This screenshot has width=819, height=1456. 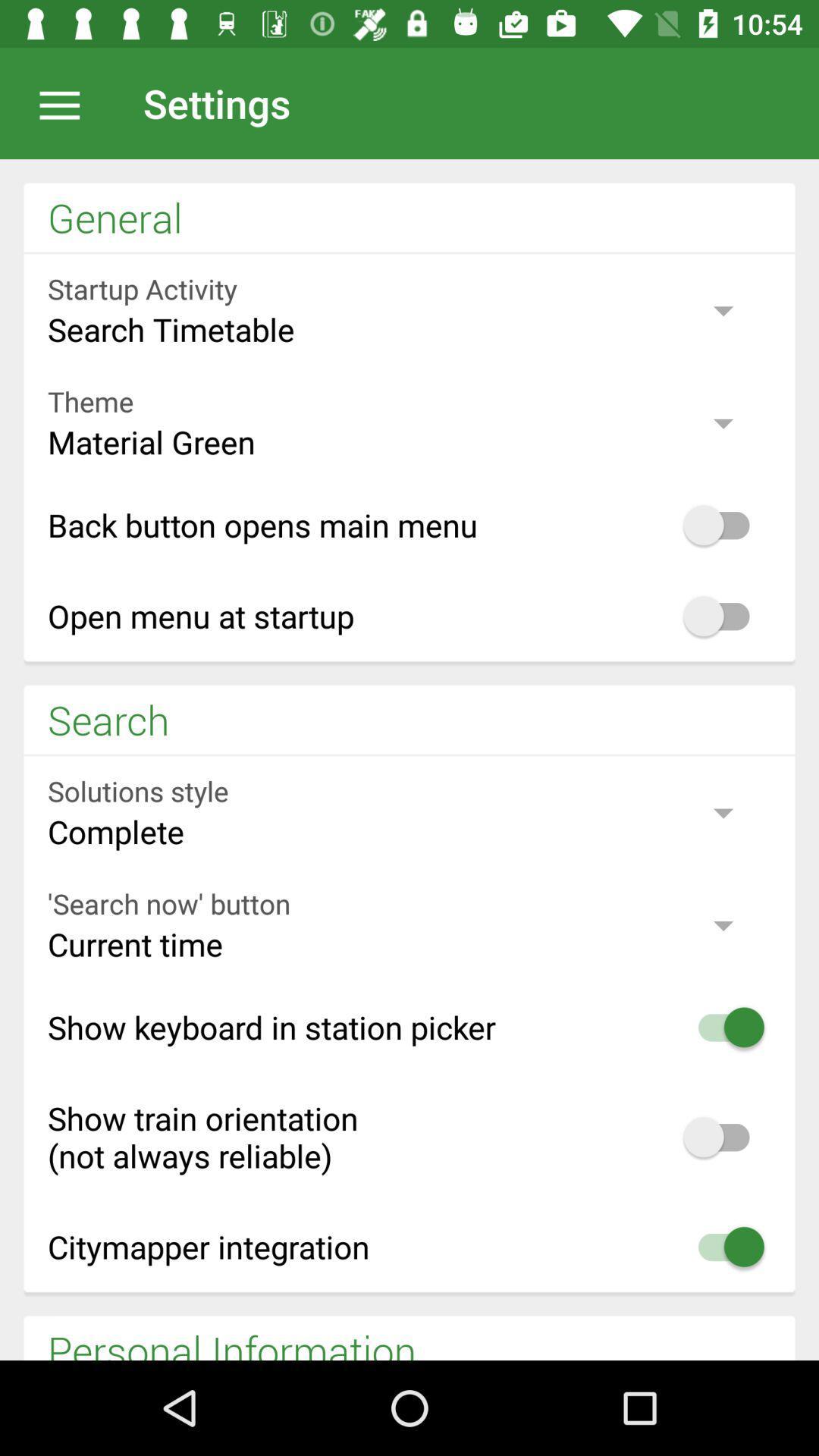 What do you see at coordinates (67, 102) in the screenshot?
I see `menu option` at bounding box center [67, 102].